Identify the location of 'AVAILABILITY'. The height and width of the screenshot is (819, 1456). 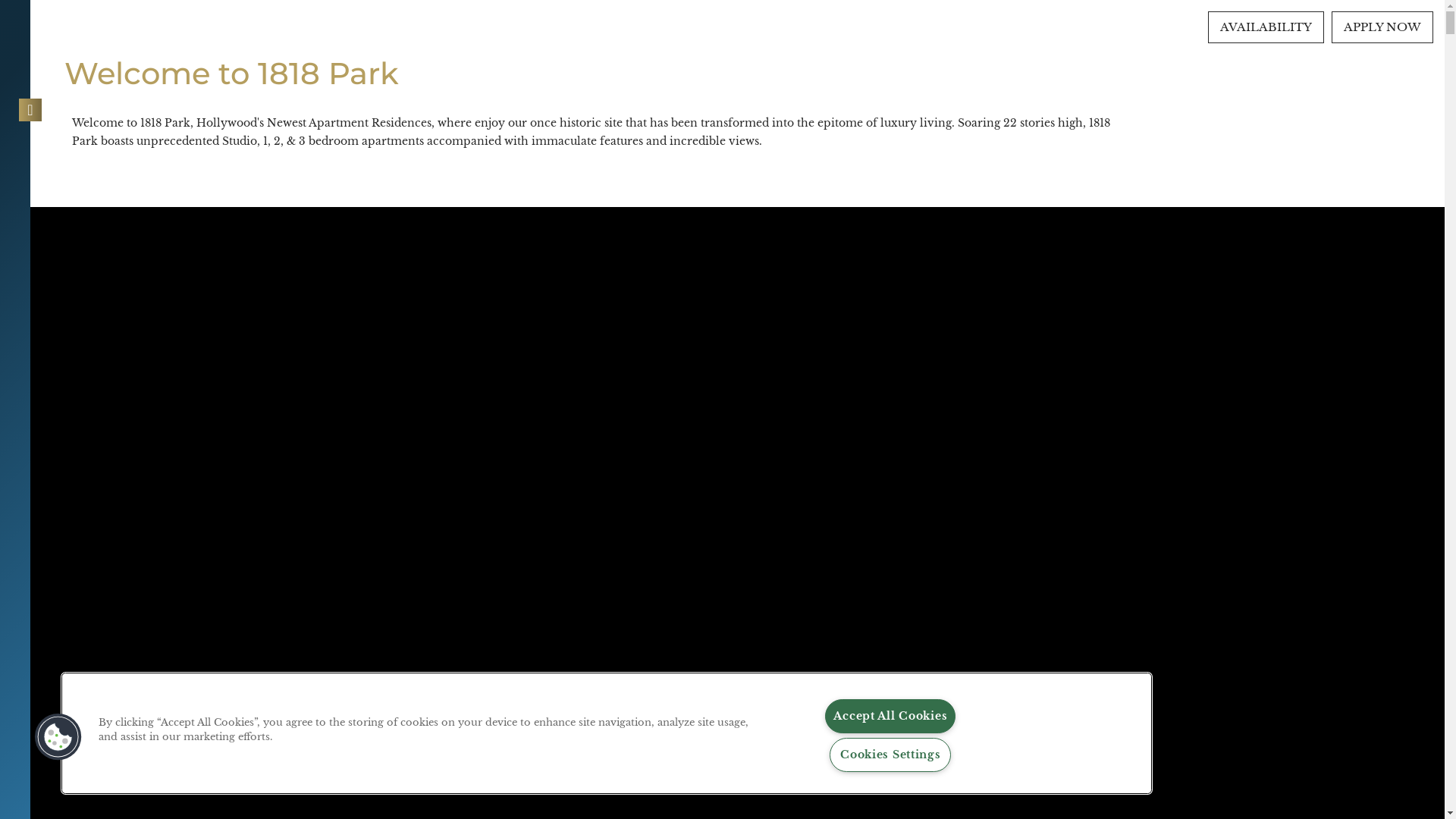
(1266, 27).